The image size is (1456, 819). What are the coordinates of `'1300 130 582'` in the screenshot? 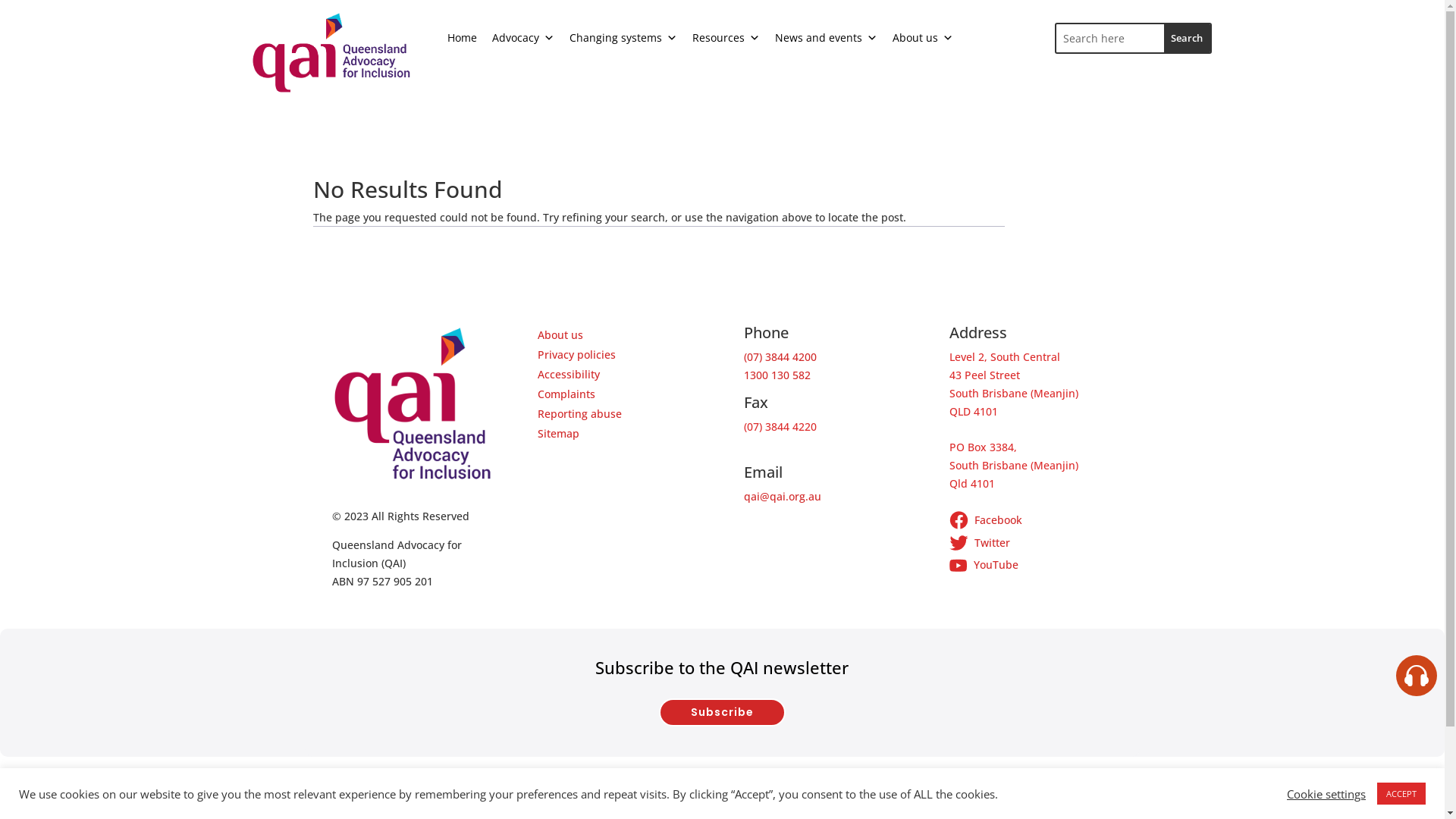 It's located at (777, 375).